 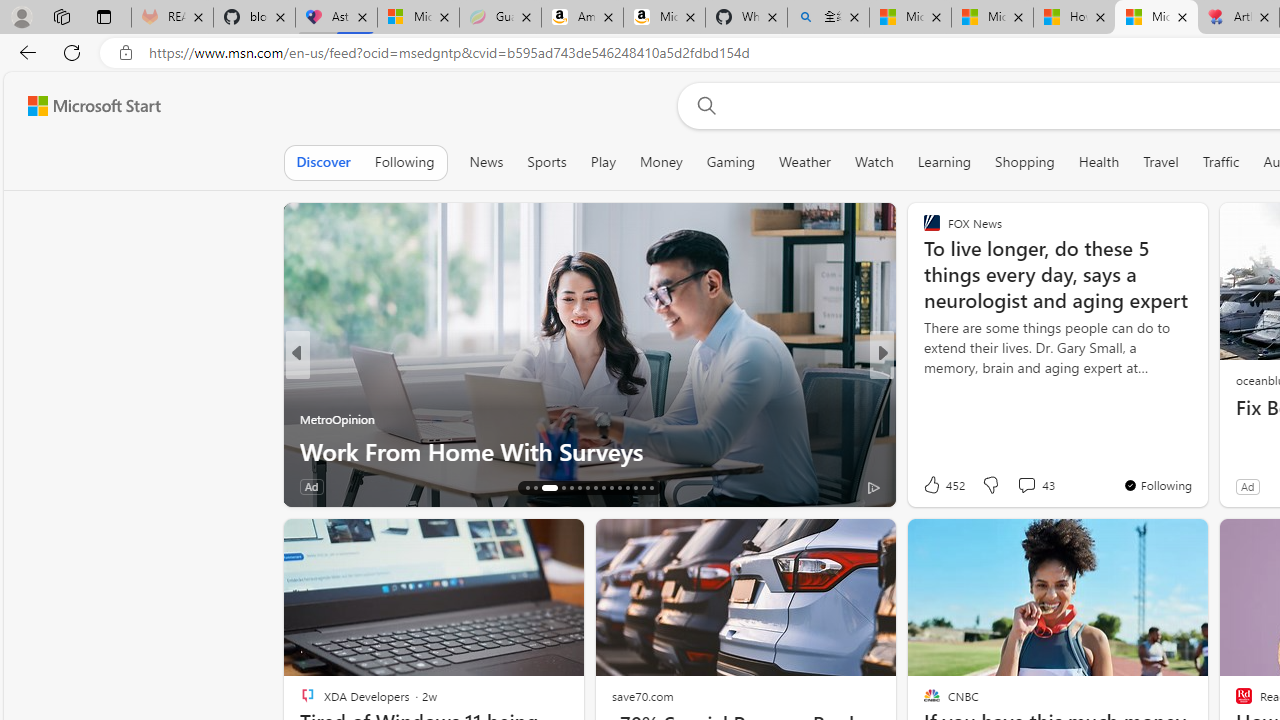 I want to click on '2k Like', so click(x=932, y=486).